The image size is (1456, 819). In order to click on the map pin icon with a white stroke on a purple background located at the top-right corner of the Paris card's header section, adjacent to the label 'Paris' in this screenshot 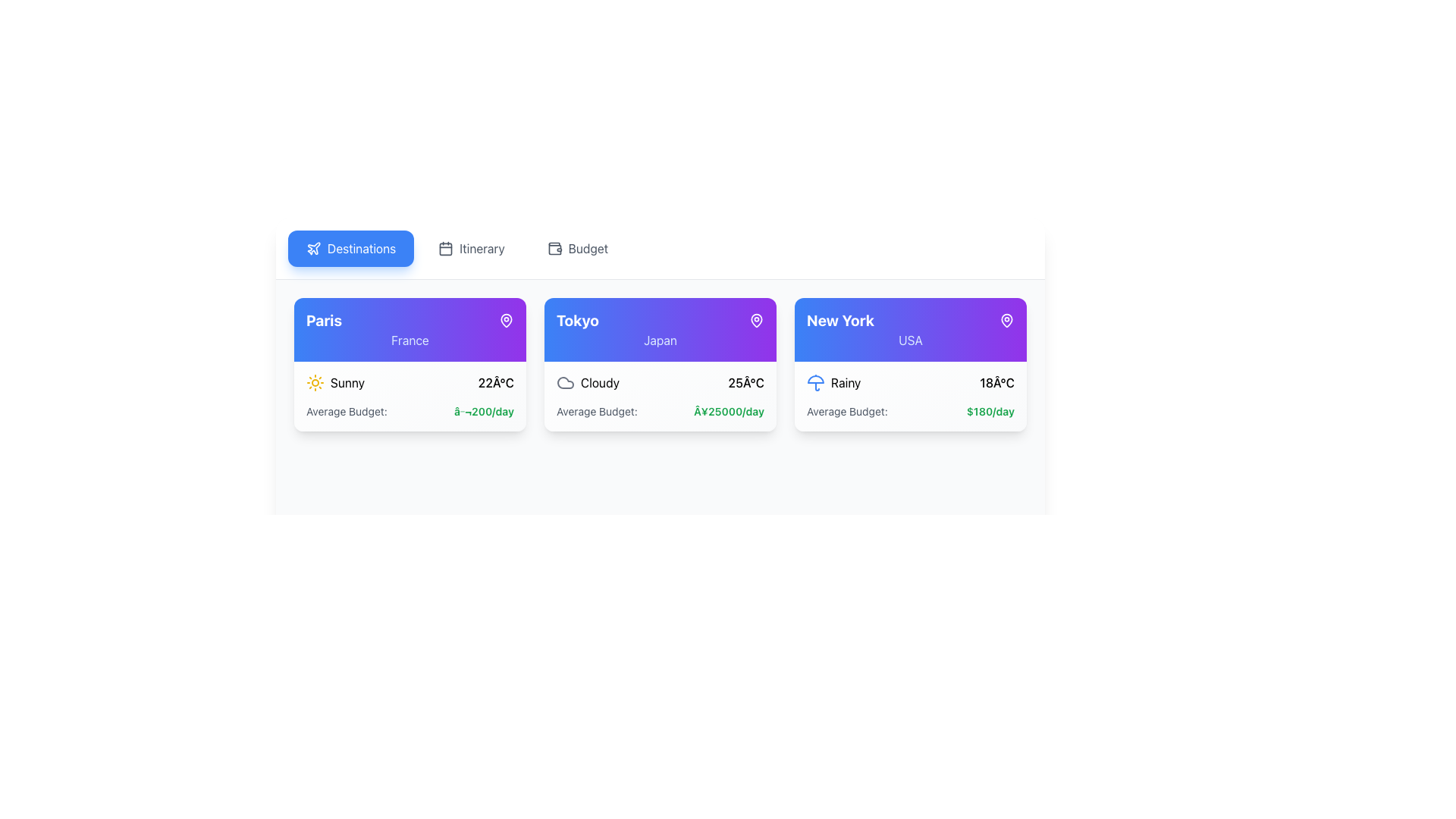, I will do `click(506, 320)`.